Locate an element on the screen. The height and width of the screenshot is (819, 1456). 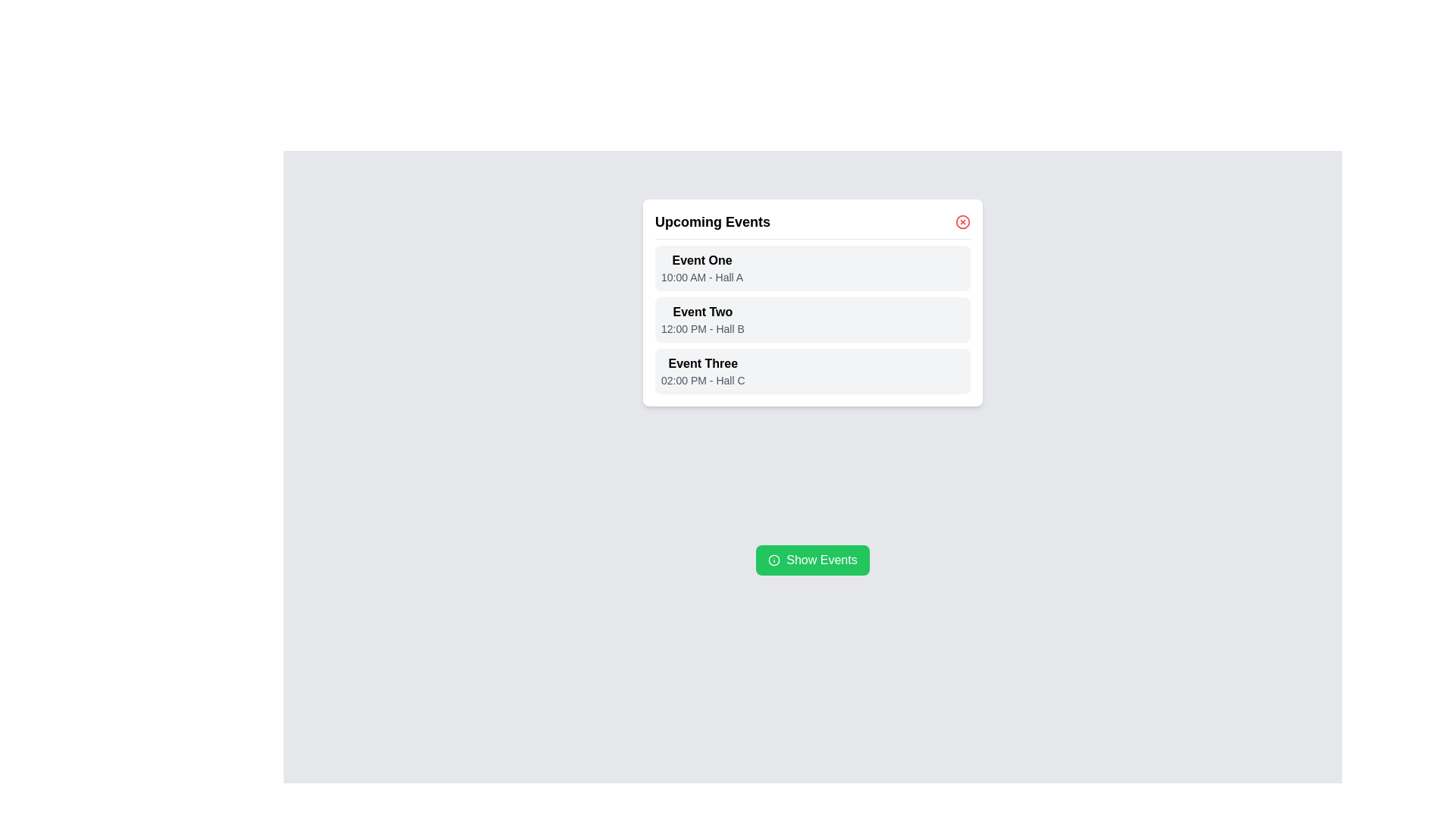
the 'Event One' text label, which is bold and black, indicating its importance as a title above the event details is located at coordinates (701, 259).